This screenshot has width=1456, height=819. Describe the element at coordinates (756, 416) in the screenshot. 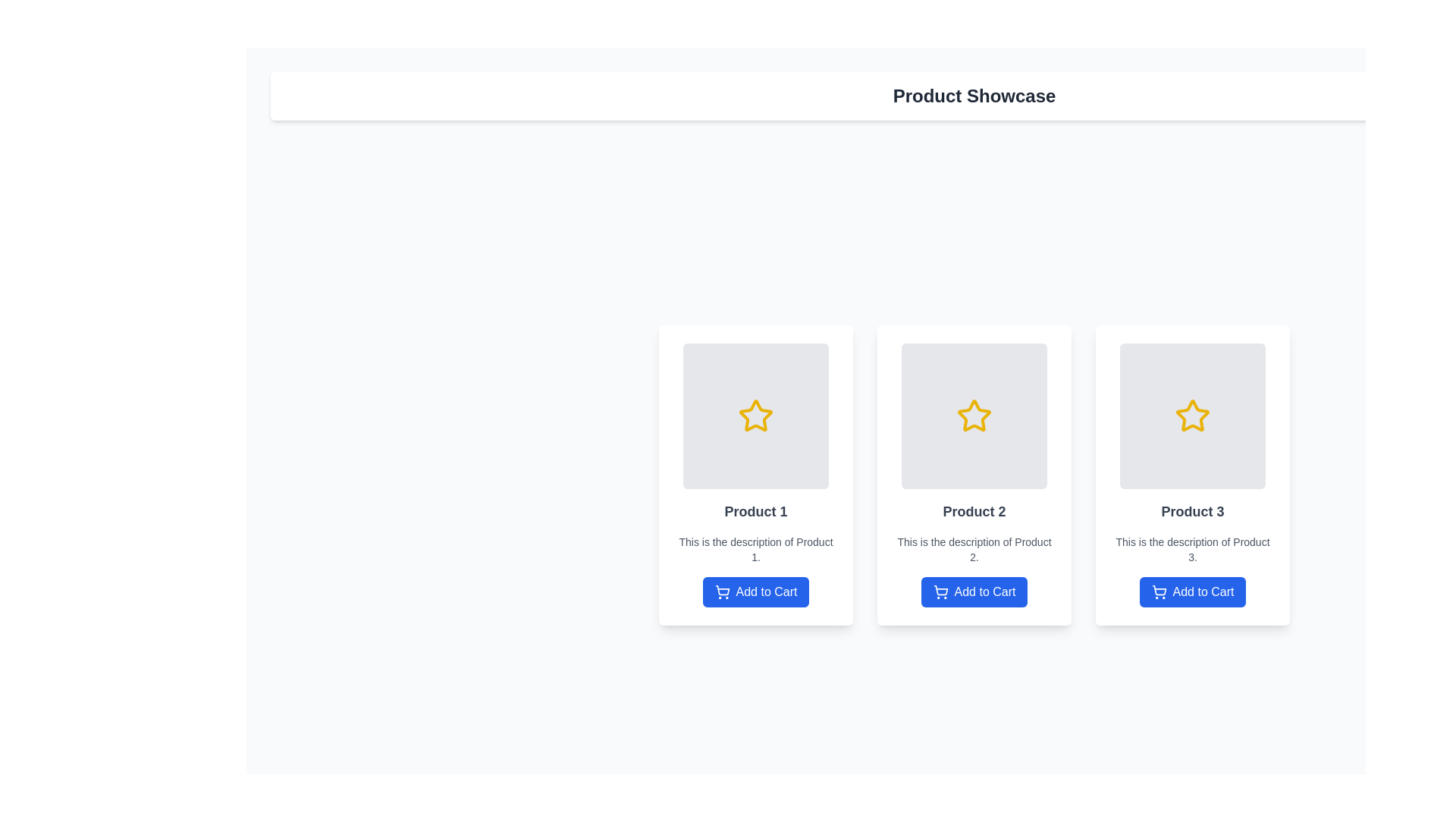

I see `the yellow star icon located in the 'Product 1' card, which is the first card among three similar cards arranged horizontally on the page` at that location.